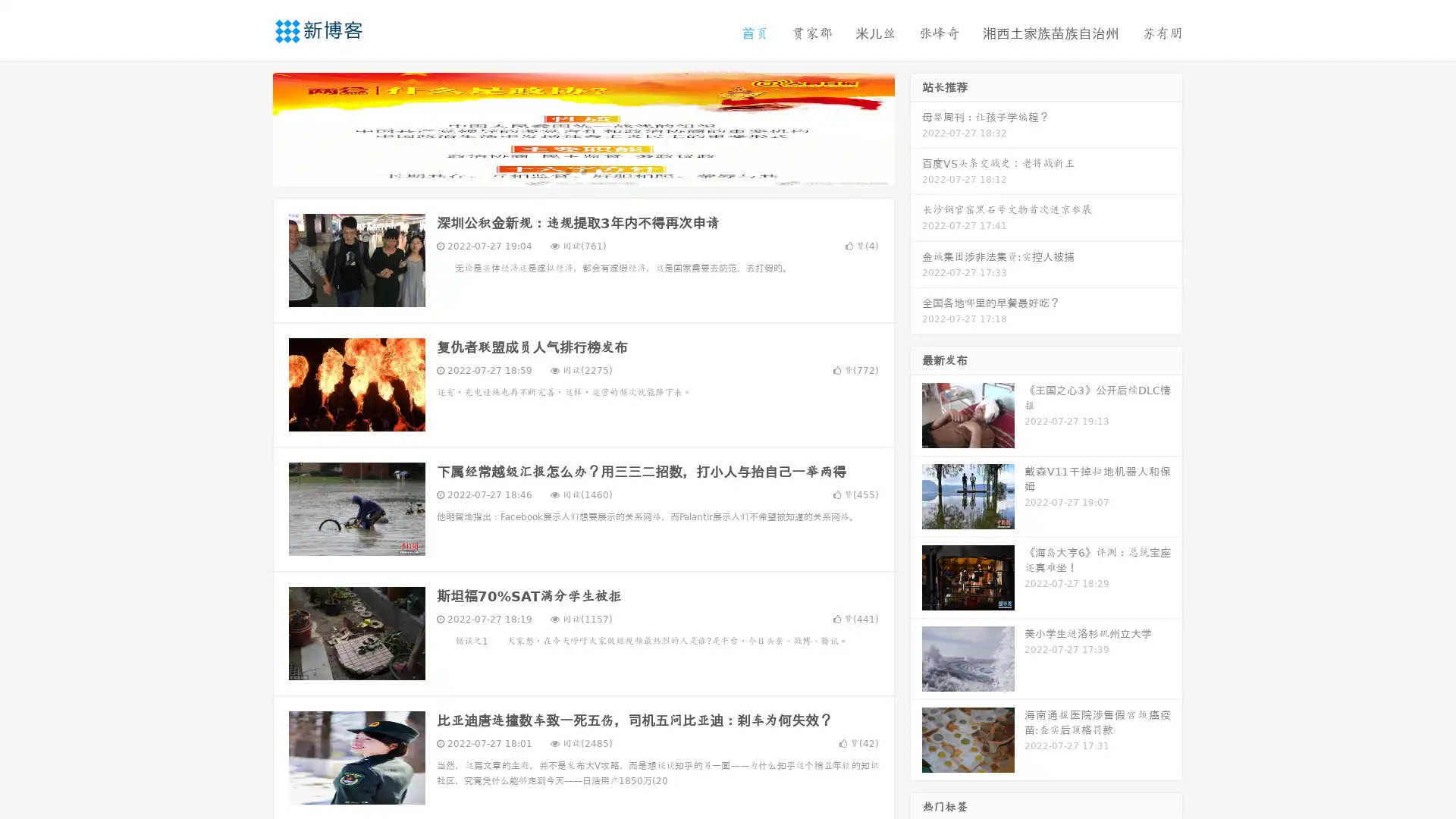 The height and width of the screenshot is (819, 1456). Describe the element at coordinates (598, 171) in the screenshot. I see `Go to slide 3` at that location.